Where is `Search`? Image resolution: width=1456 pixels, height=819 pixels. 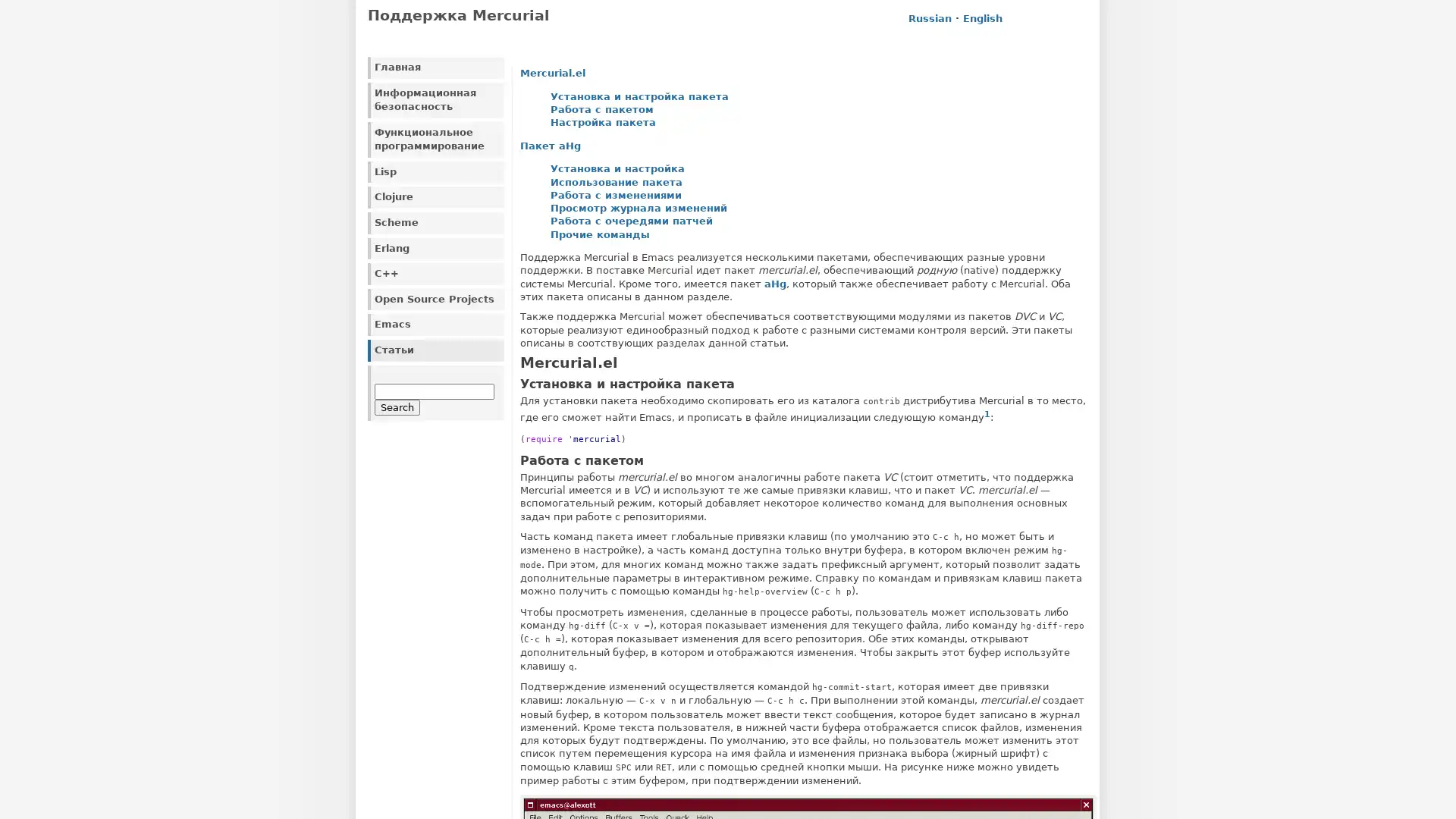
Search is located at coordinates (397, 406).